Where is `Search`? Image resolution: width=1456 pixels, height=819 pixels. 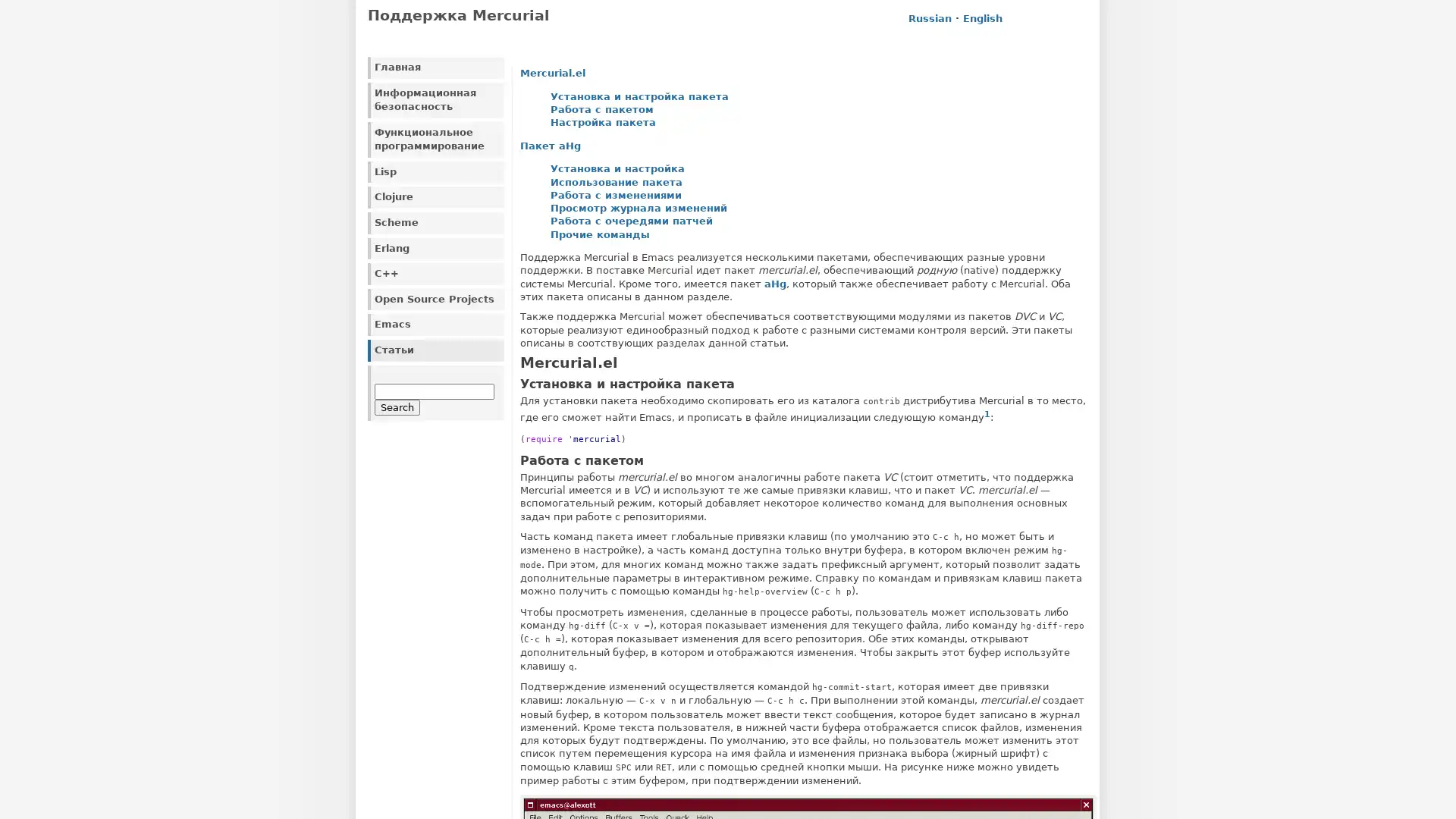
Search is located at coordinates (397, 406).